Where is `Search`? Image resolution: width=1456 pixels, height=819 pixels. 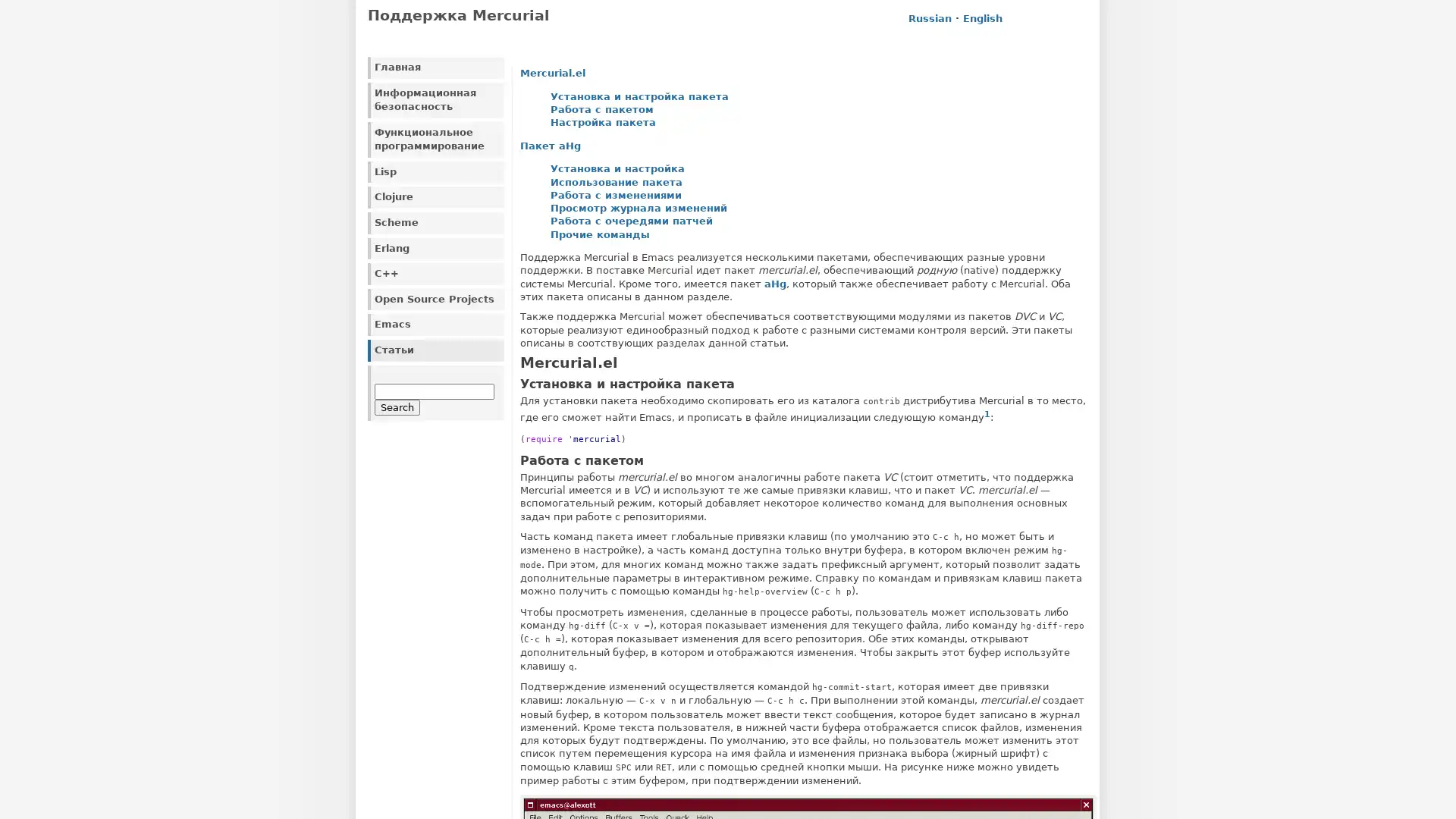
Search is located at coordinates (397, 406).